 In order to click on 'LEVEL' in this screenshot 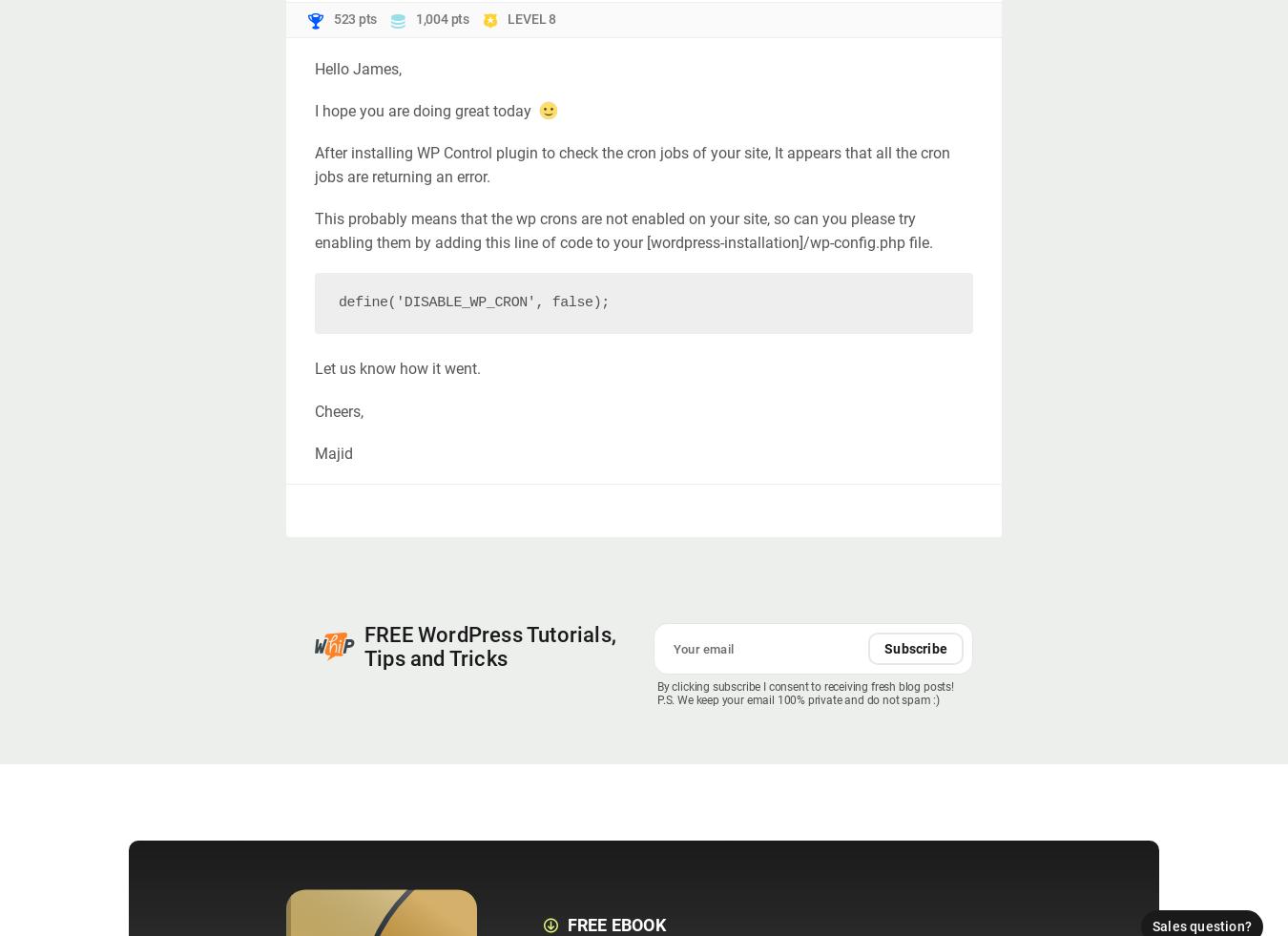, I will do `click(527, 18)`.